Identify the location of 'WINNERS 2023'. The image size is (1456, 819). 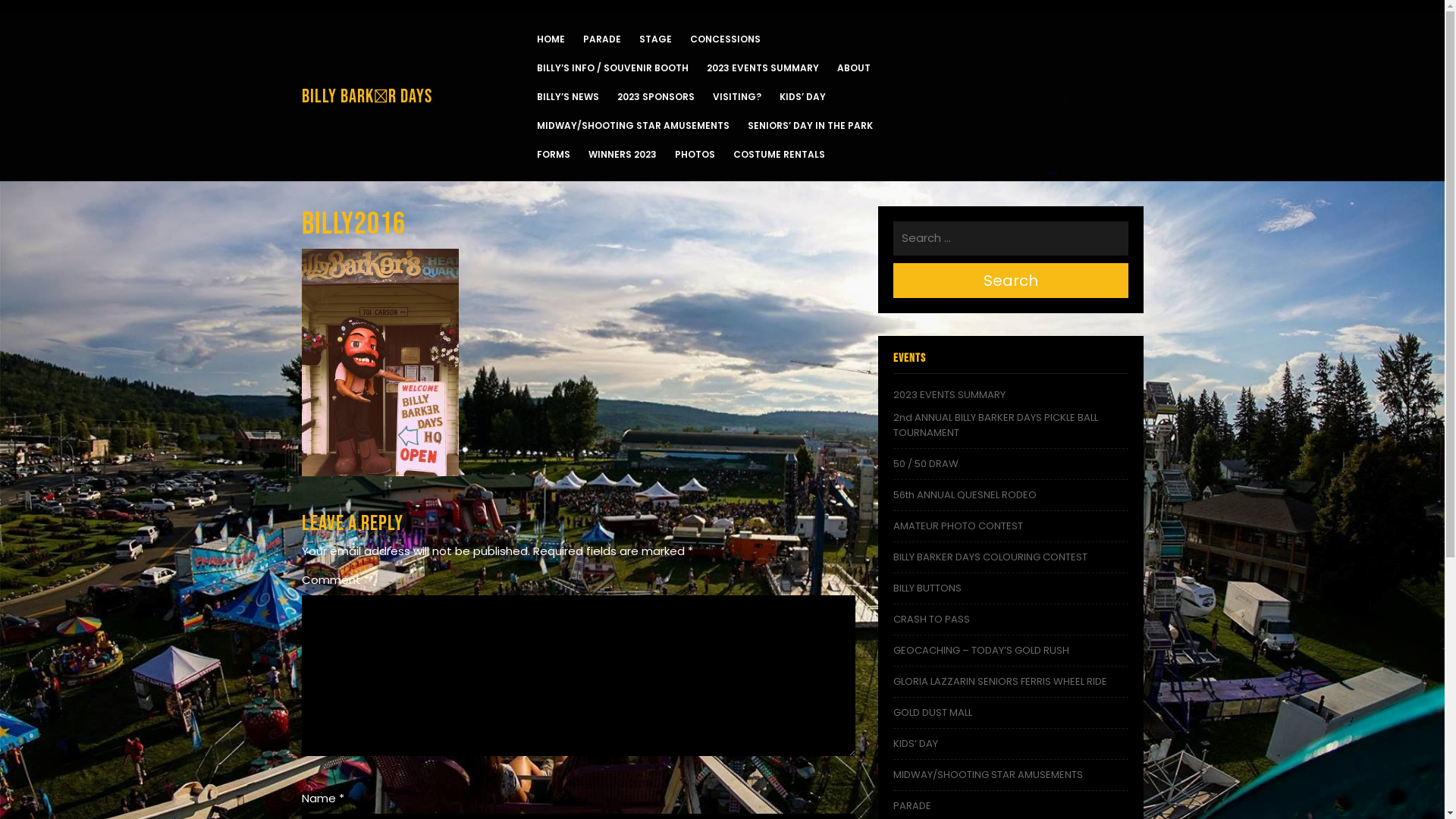
(588, 155).